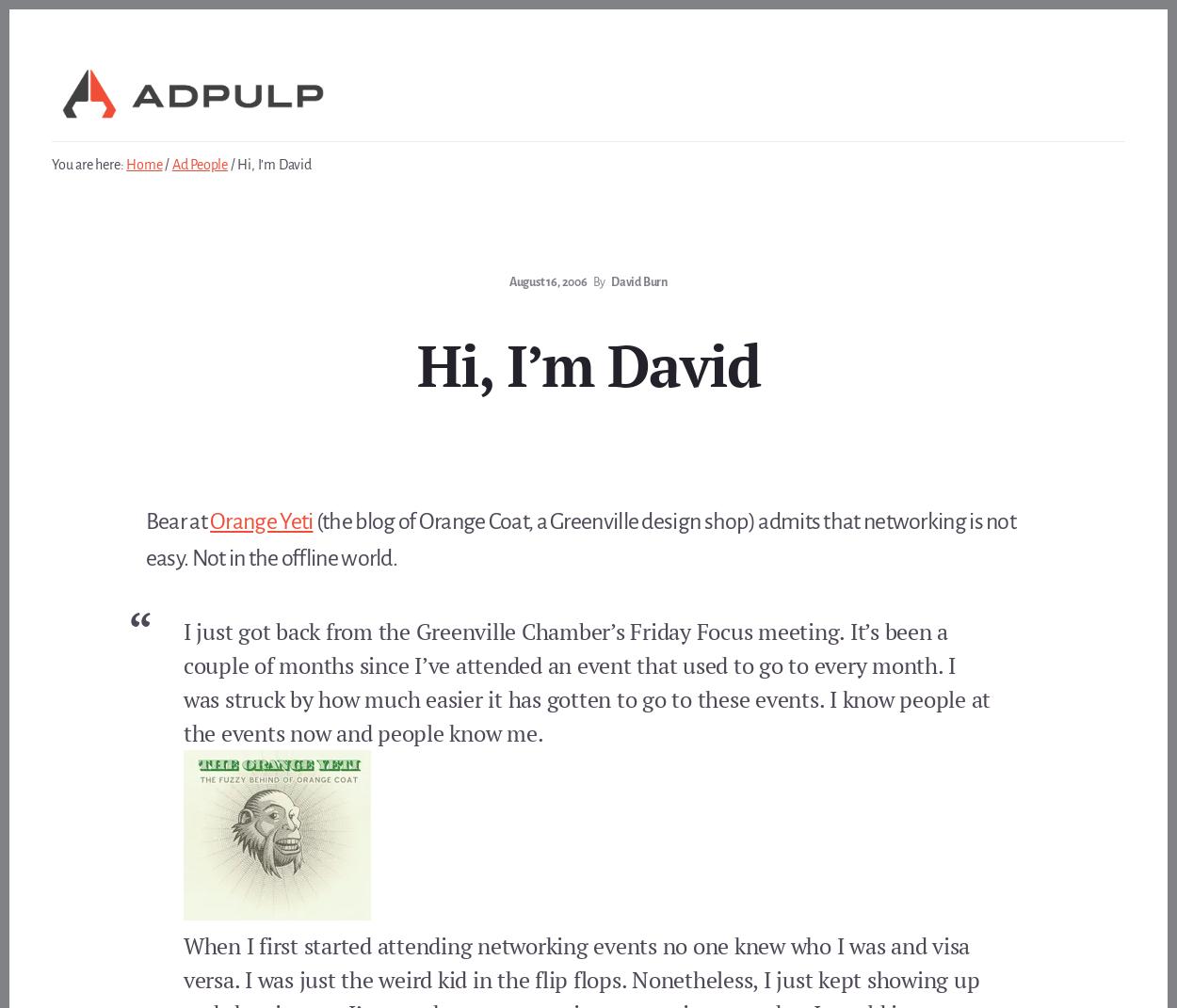  What do you see at coordinates (144, 164) in the screenshot?
I see `'Home'` at bounding box center [144, 164].